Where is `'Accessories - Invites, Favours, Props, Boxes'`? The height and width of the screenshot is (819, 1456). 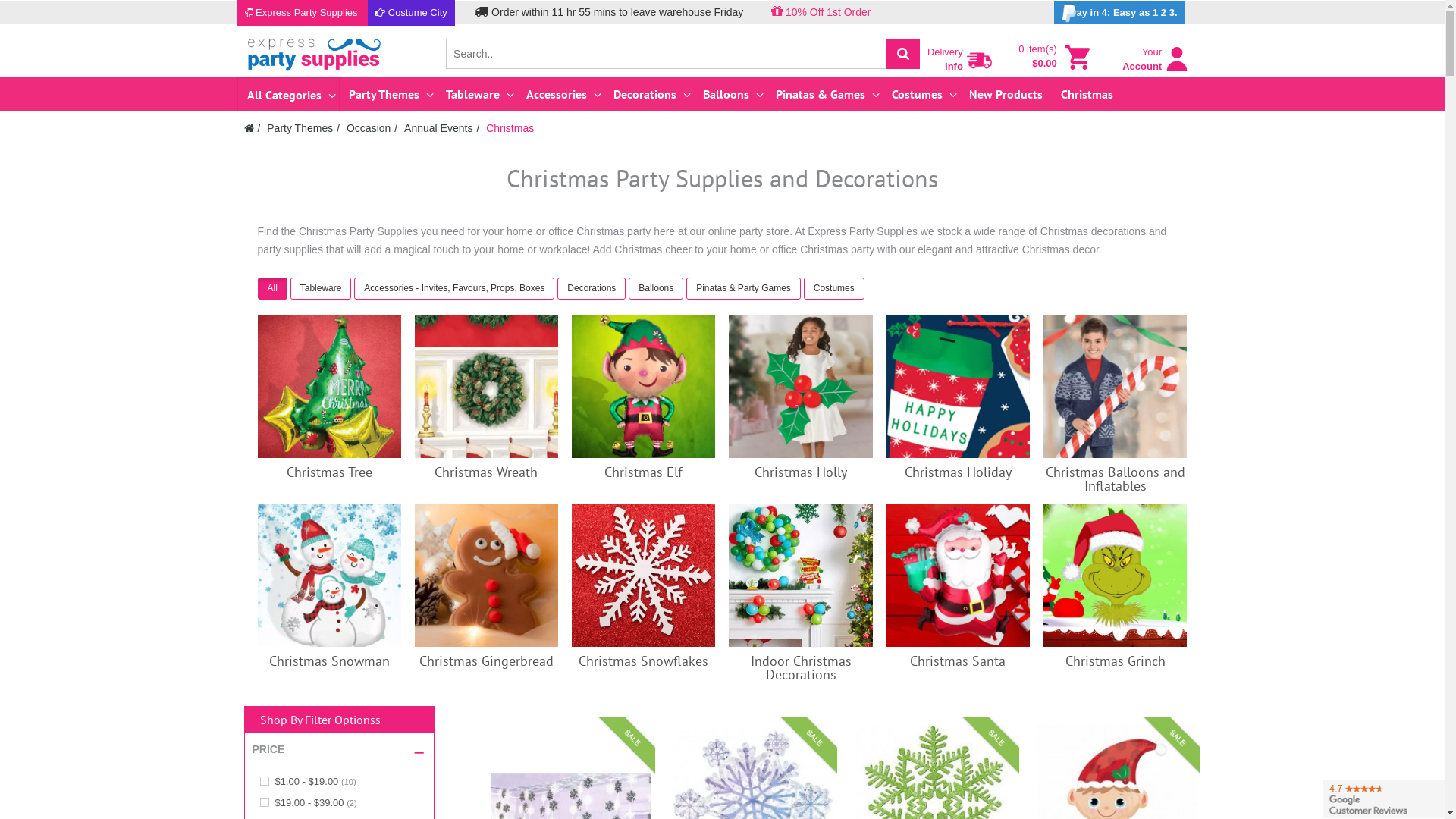 'Accessories - Invites, Favours, Props, Boxes' is located at coordinates (454, 289).